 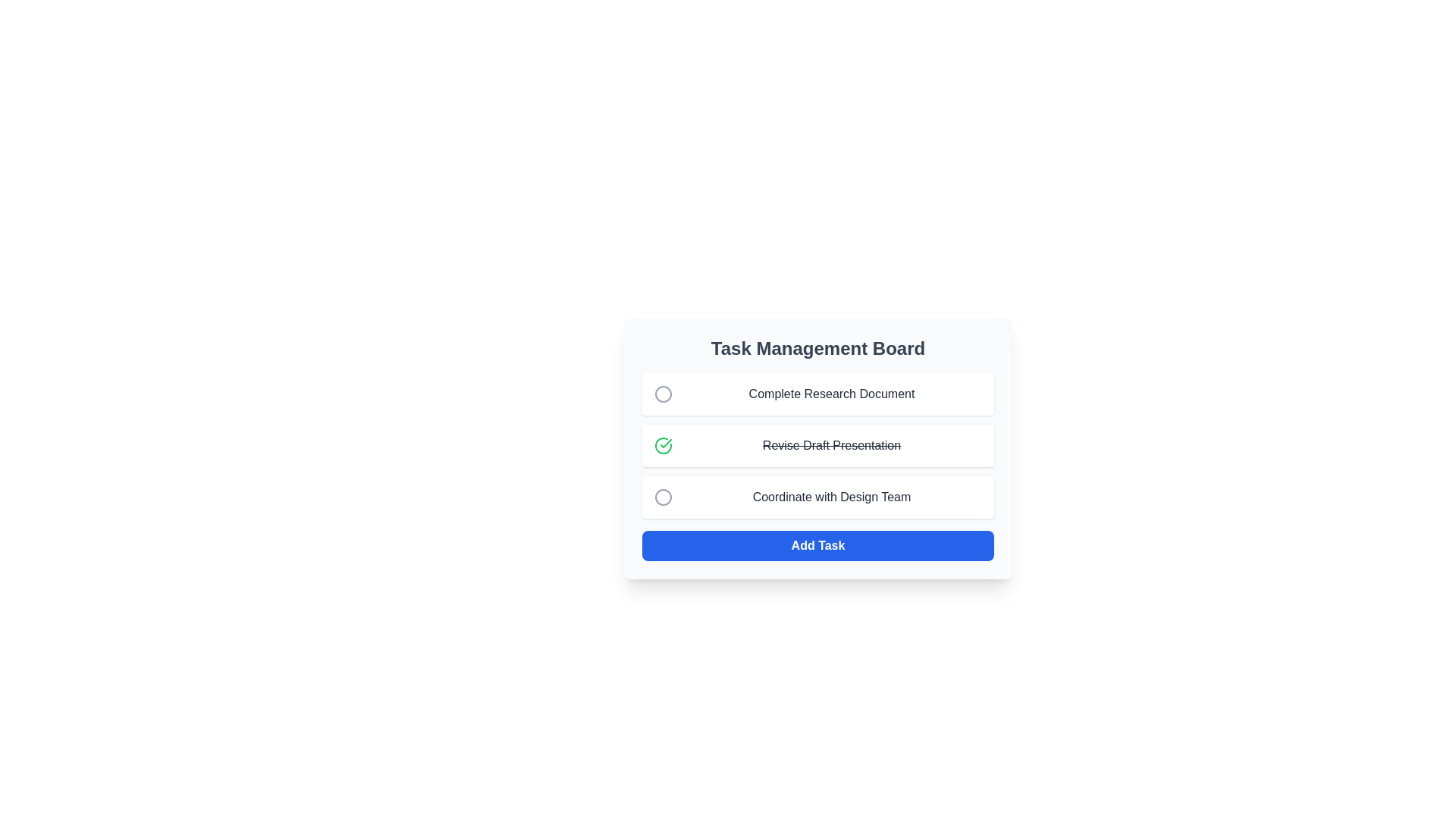 I want to click on the task title text by moving the cursor to its center, so click(x=817, y=348).